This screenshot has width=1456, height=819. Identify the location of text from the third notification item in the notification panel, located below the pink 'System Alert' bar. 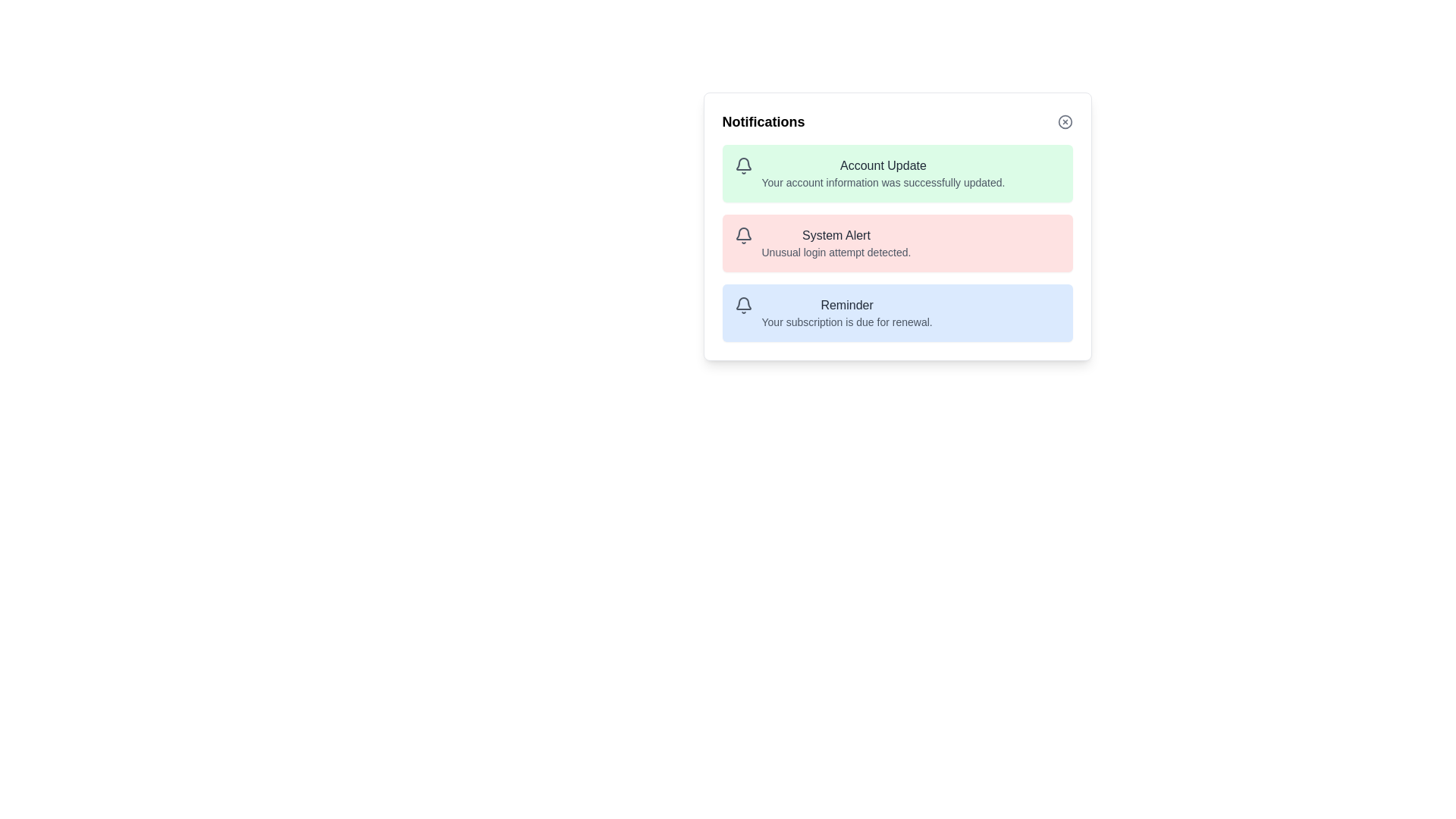
(846, 312).